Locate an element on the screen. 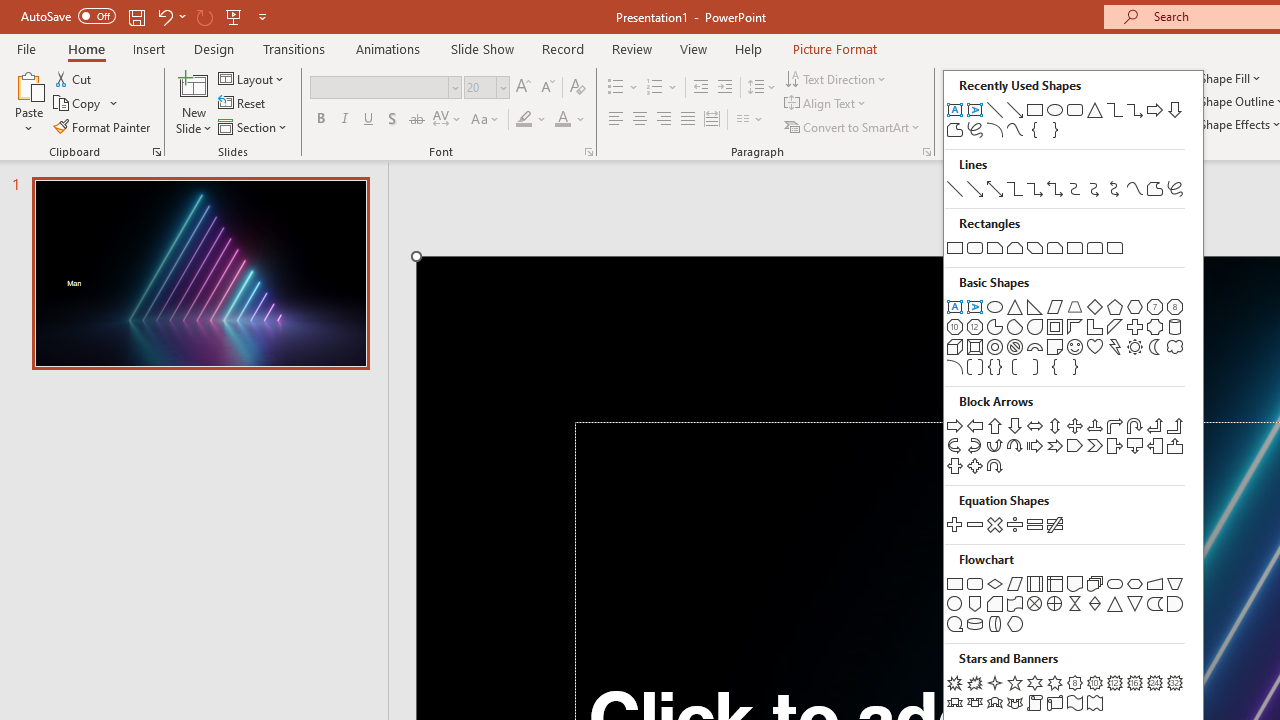 The width and height of the screenshot is (1280, 720). 'From Beginning' is located at coordinates (234, 16).